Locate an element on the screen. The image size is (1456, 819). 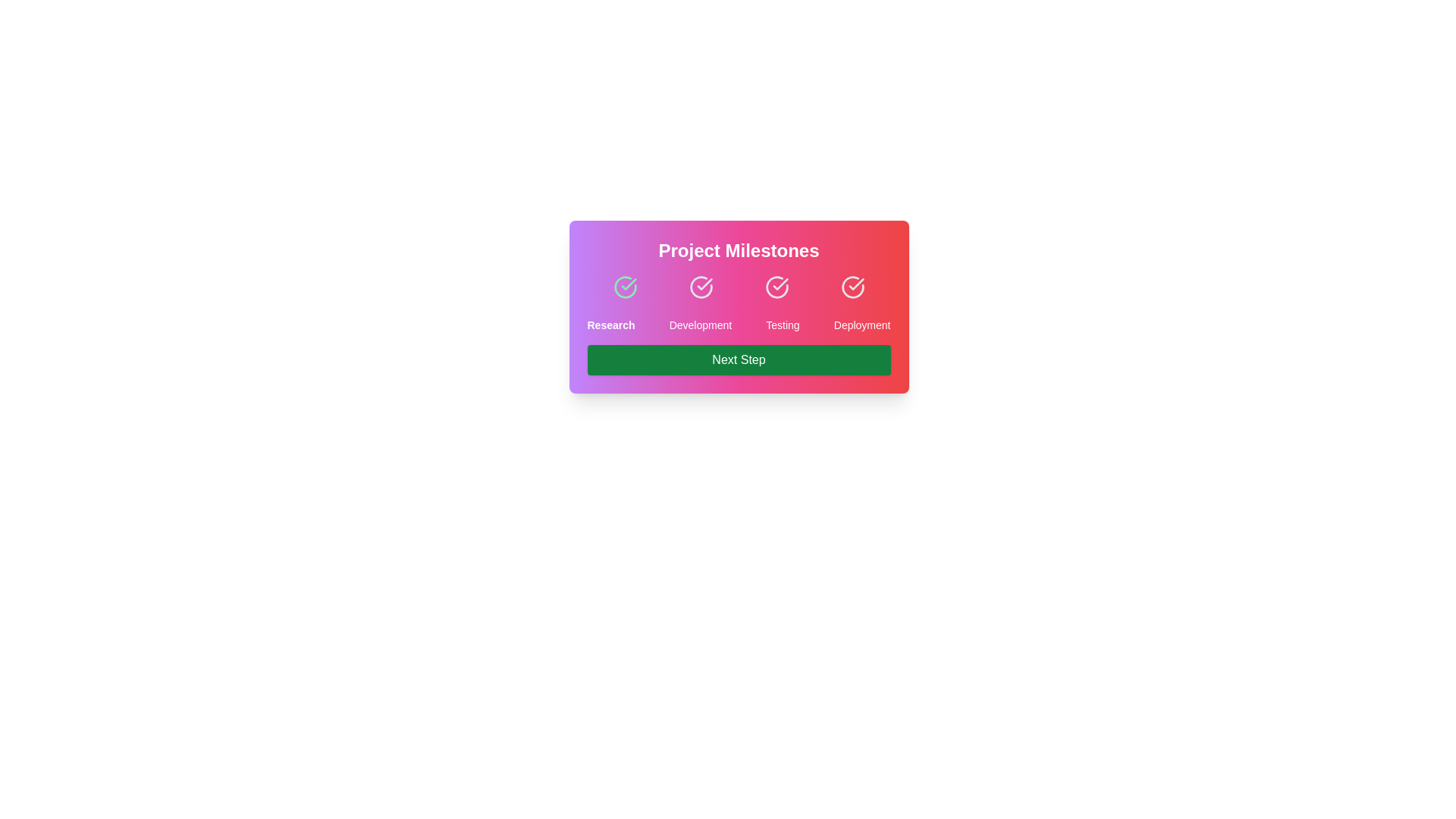
the text label reading 'Development' which is the second item in a horizontal sequence of four, positioned between 'Research' and 'Testing' within the 'Project Milestones' card is located at coordinates (699, 324).